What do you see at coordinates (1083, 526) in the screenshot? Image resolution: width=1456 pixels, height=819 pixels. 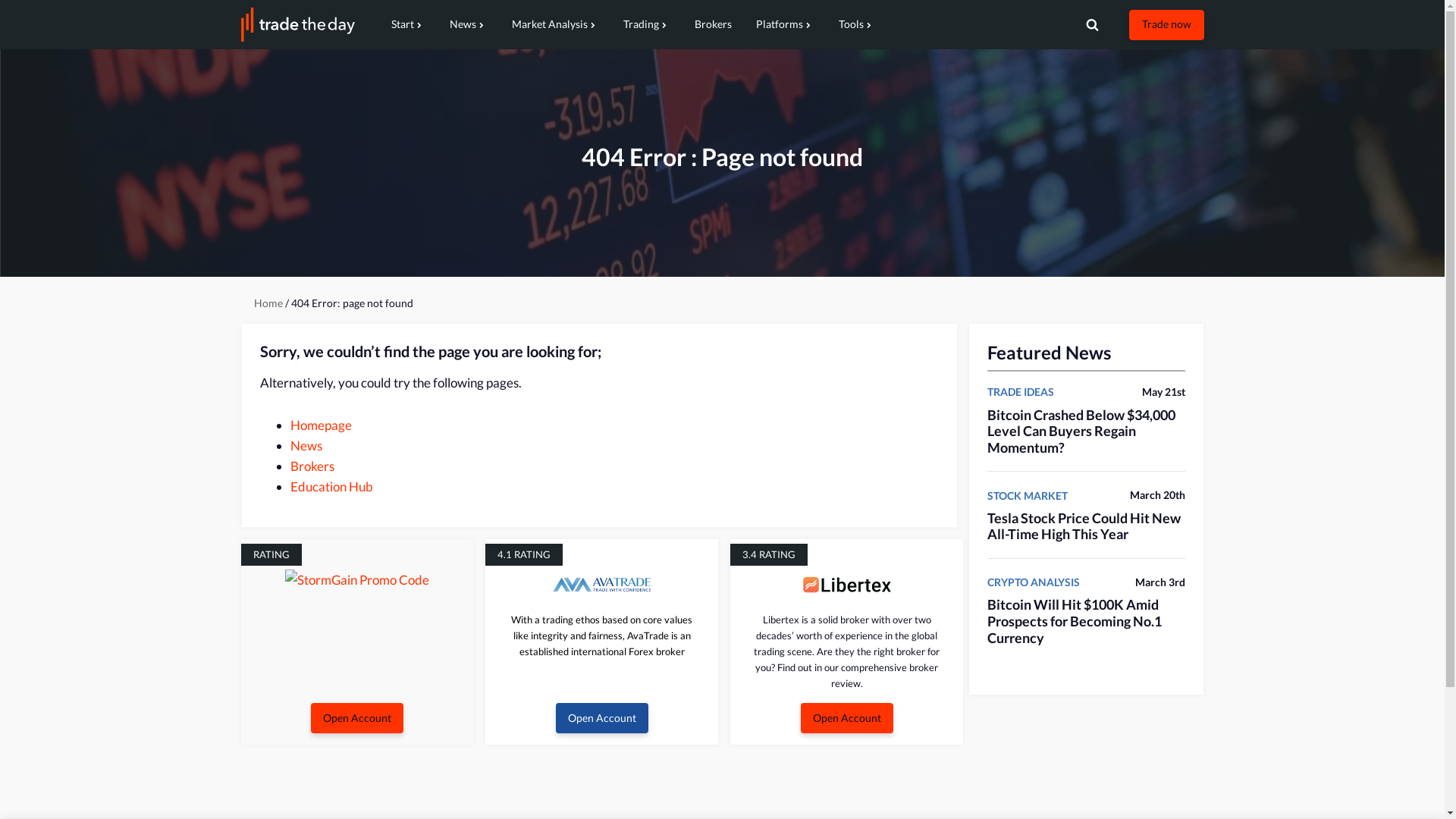 I see `'Tesla Stock Price Could Hit New All-Time High This Year'` at bounding box center [1083, 526].